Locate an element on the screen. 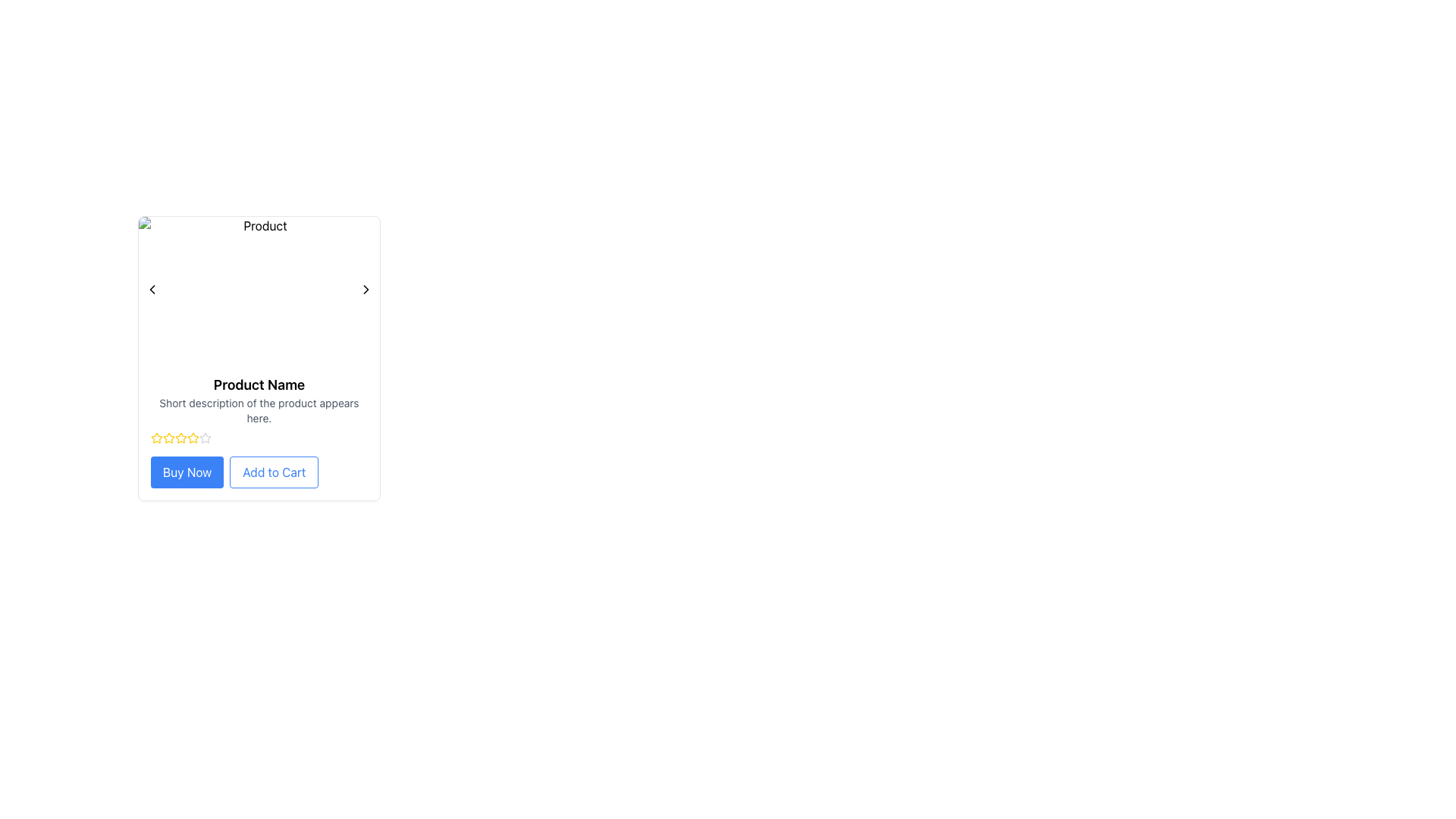  the third star icon in the rating system located underneath the product description section in the card layout is located at coordinates (192, 438).